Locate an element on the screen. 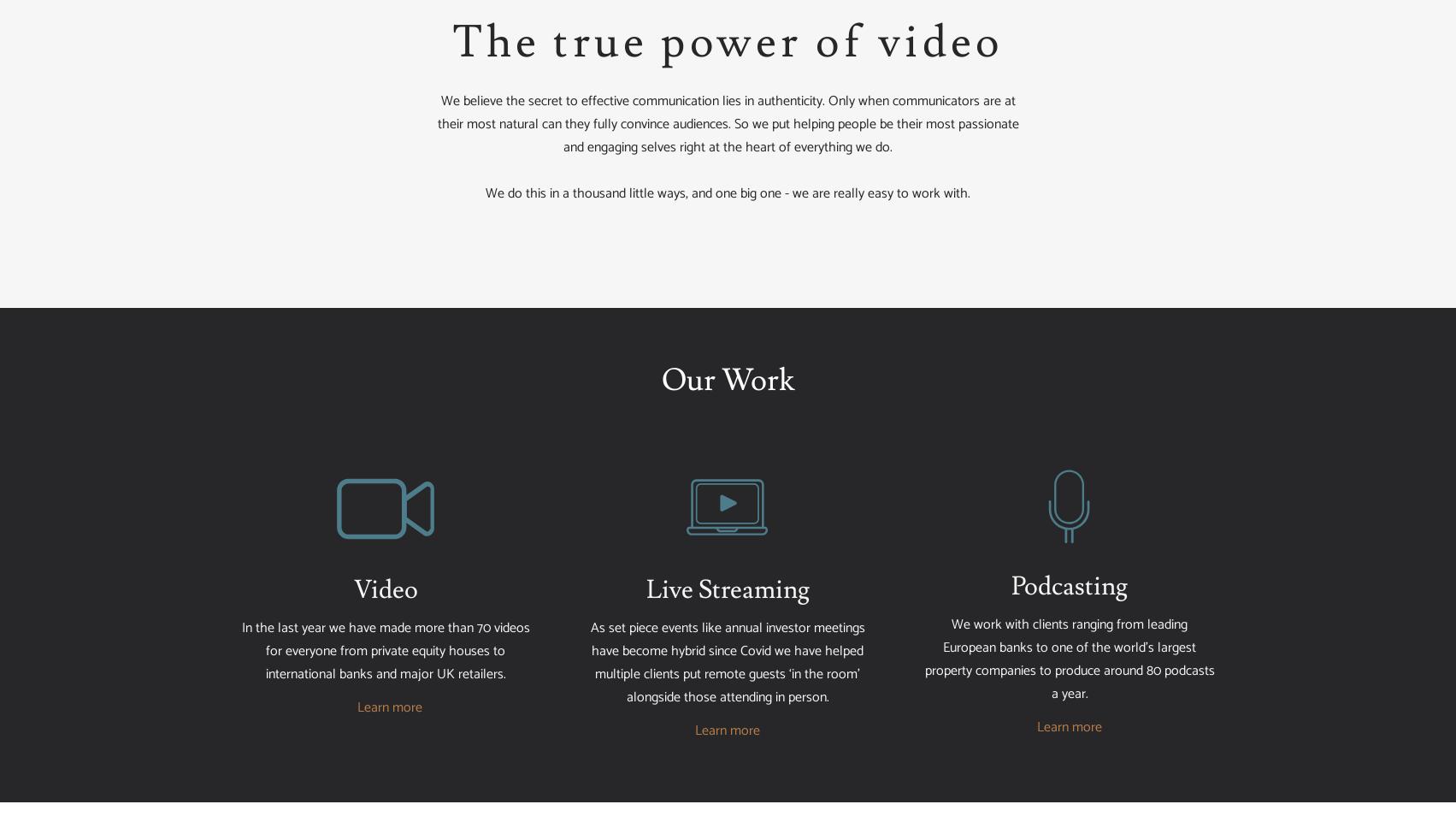  'We believe the secret to effective communication lies in authenticity. Only when communicators are at their most natural can they fully convince audiences. So we put helping people be their most passionate and engaging selves right at the heart of everything we do.' is located at coordinates (727, 123).